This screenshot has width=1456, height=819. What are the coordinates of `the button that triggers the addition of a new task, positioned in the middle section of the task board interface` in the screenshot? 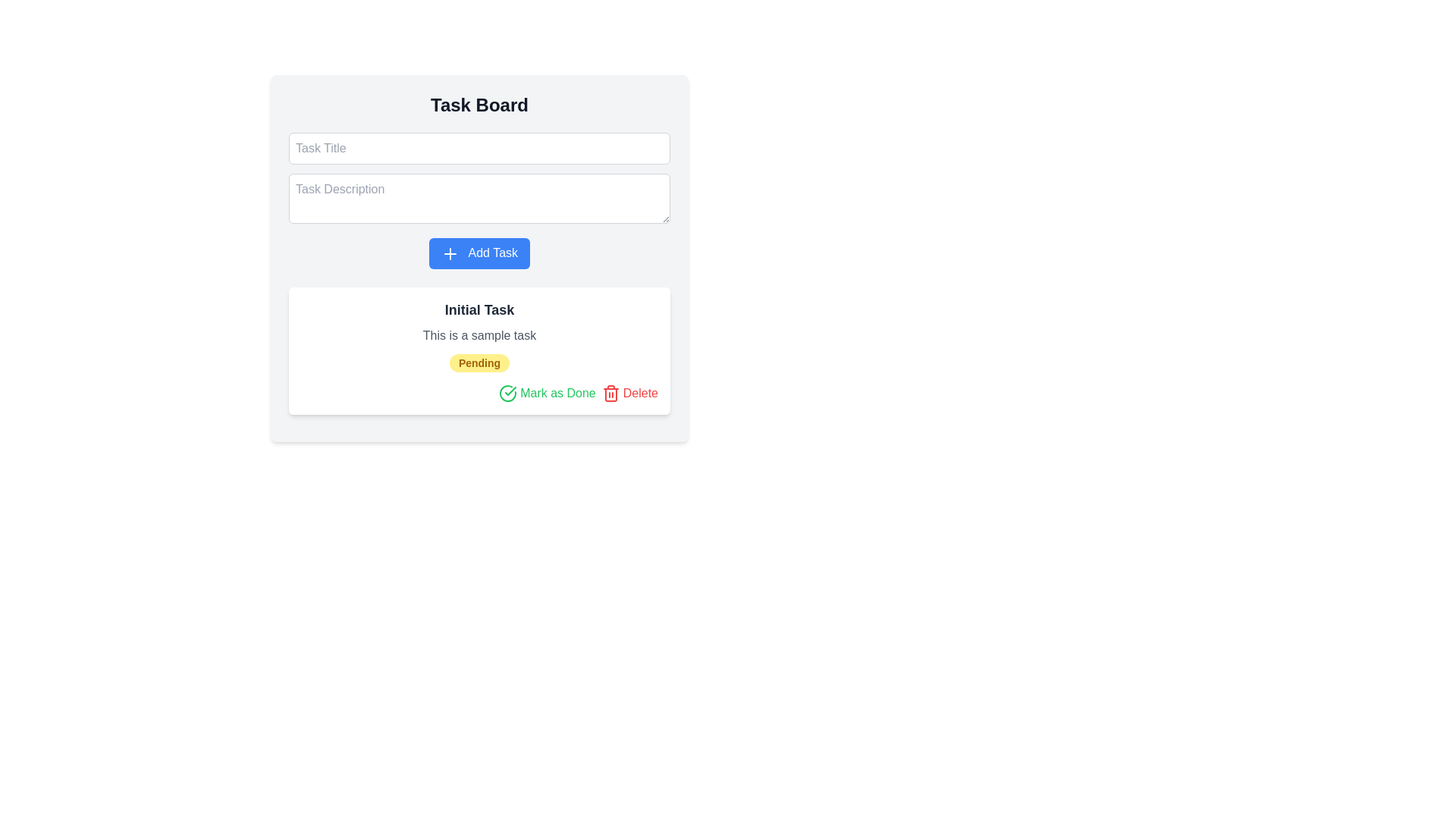 It's located at (479, 257).